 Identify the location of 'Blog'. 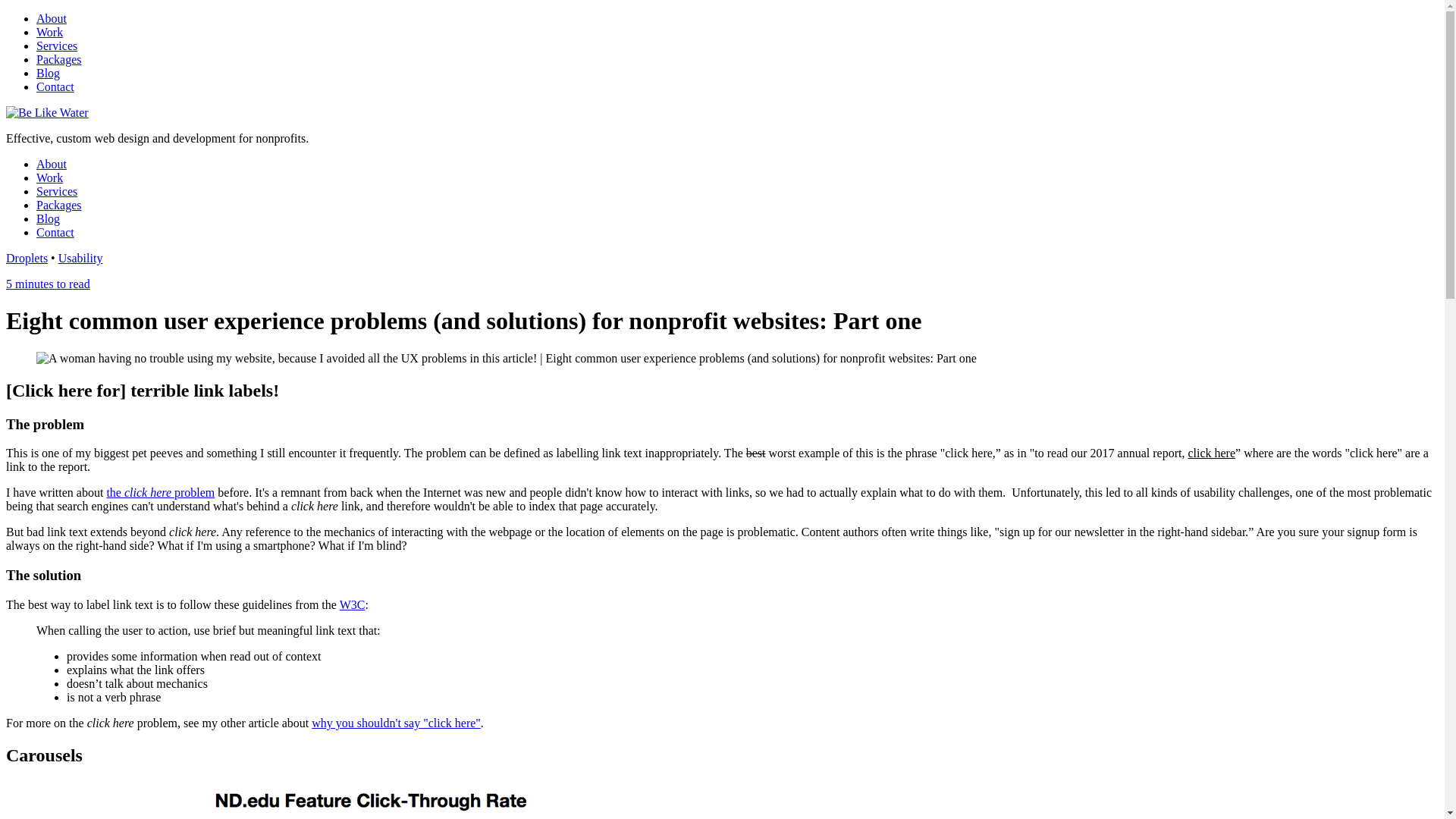
(48, 218).